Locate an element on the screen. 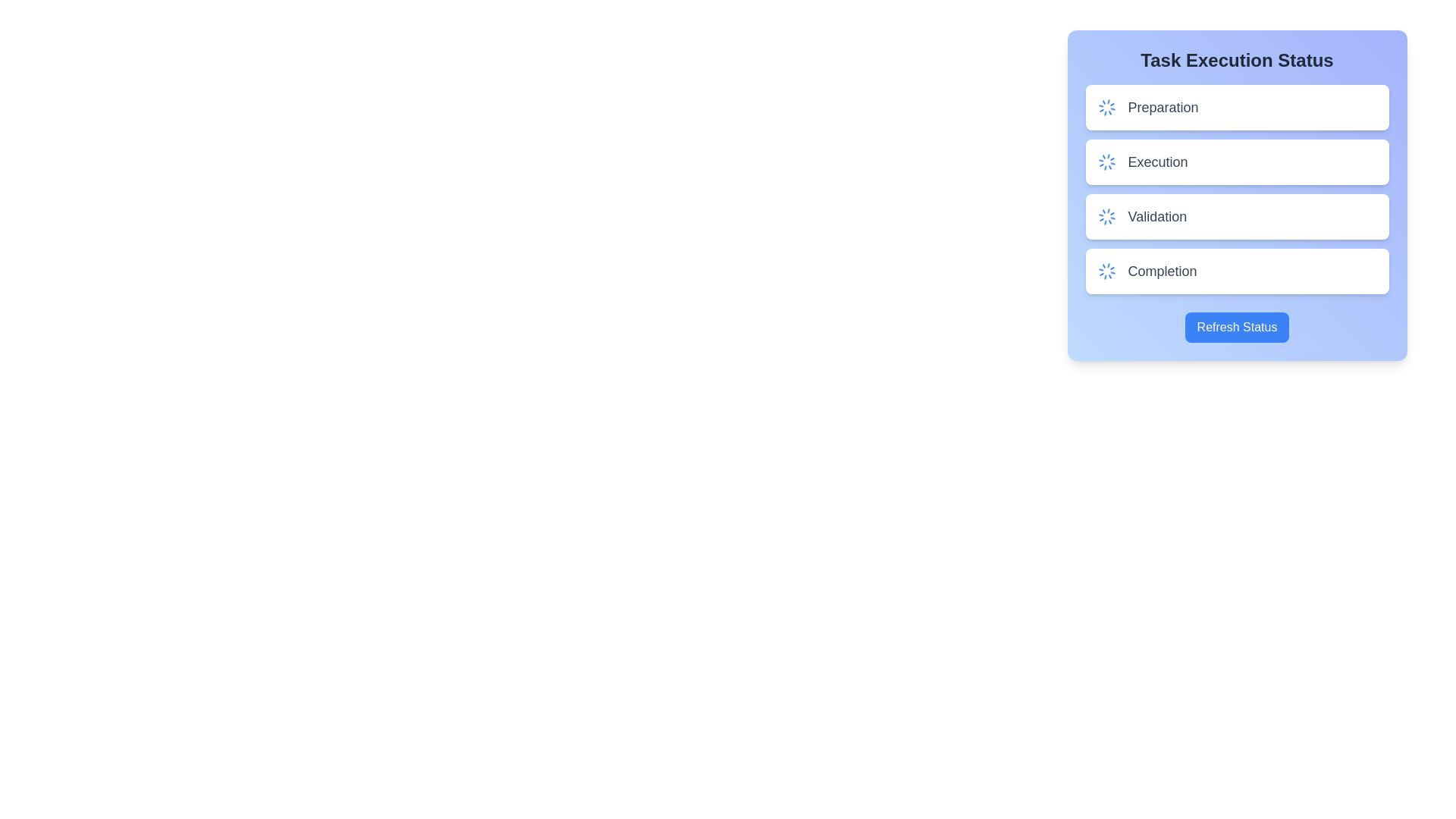 The image size is (1456, 819). the text label reading 'Preparation', which is styled with a medium font size and gray color, positioned as the first item within a vertically stacked list in the task execution status panel is located at coordinates (1163, 107).